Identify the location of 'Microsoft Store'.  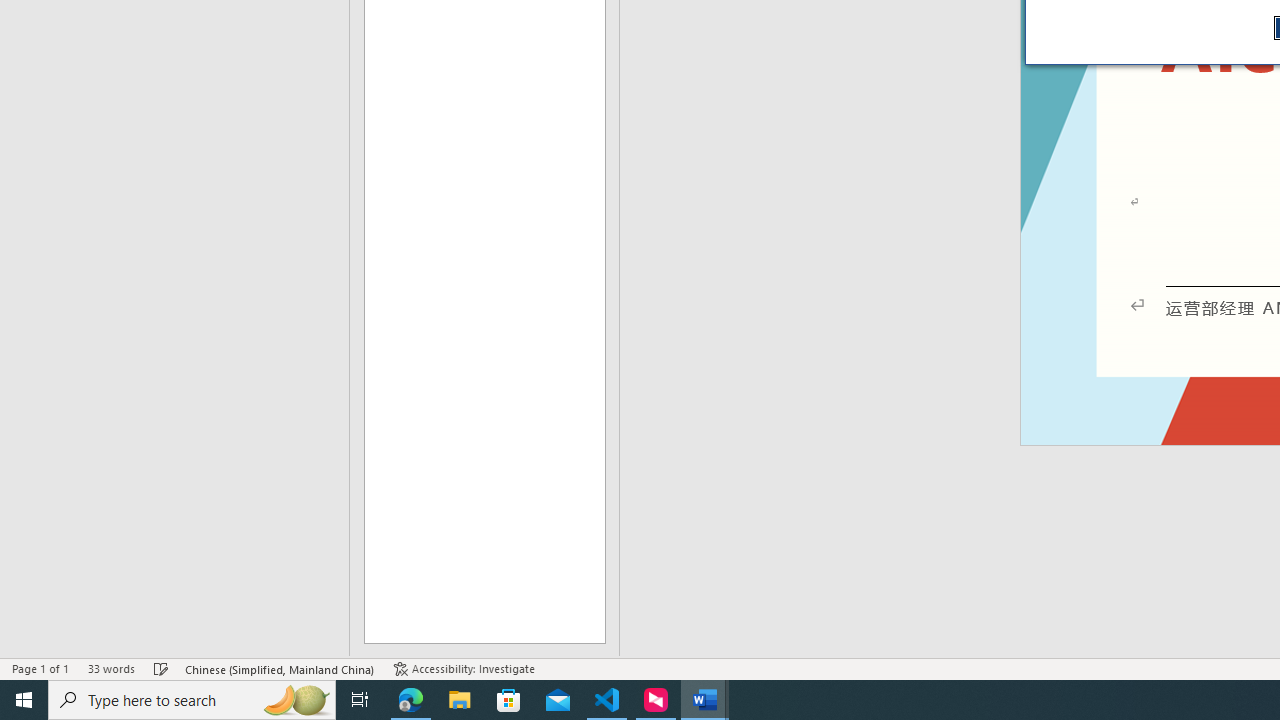
(509, 698).